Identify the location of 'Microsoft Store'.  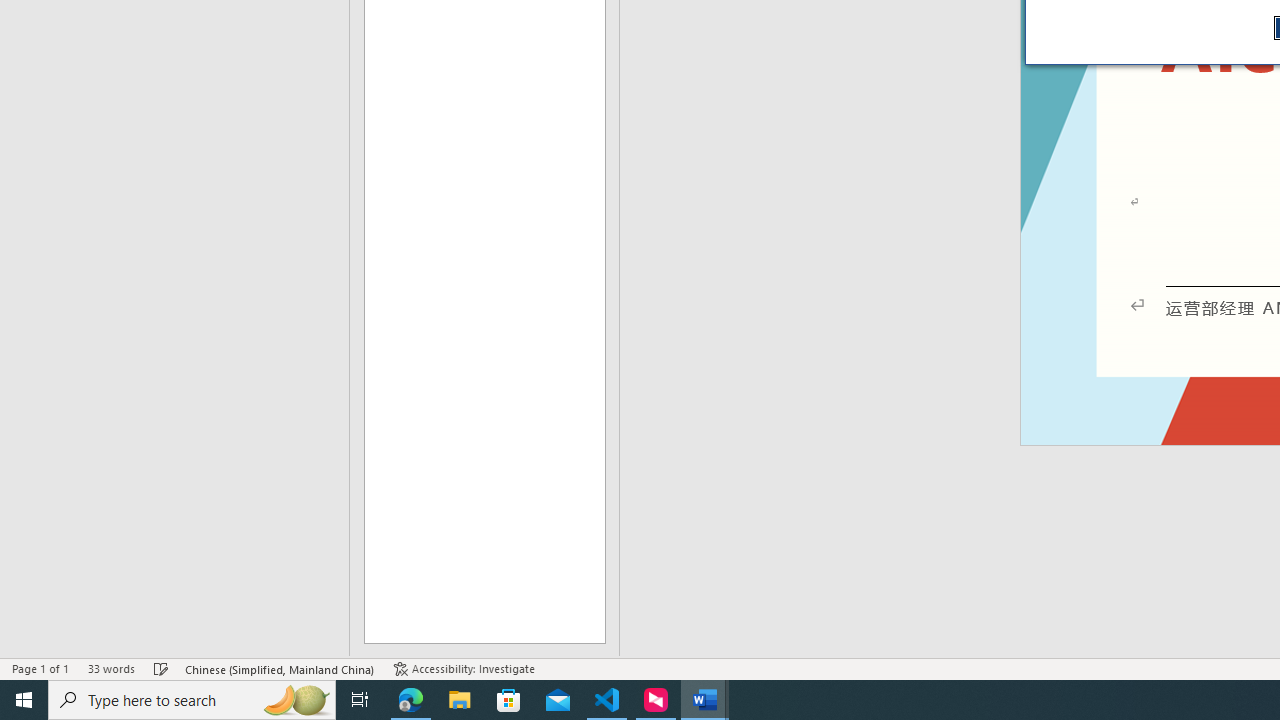
(509, 698).